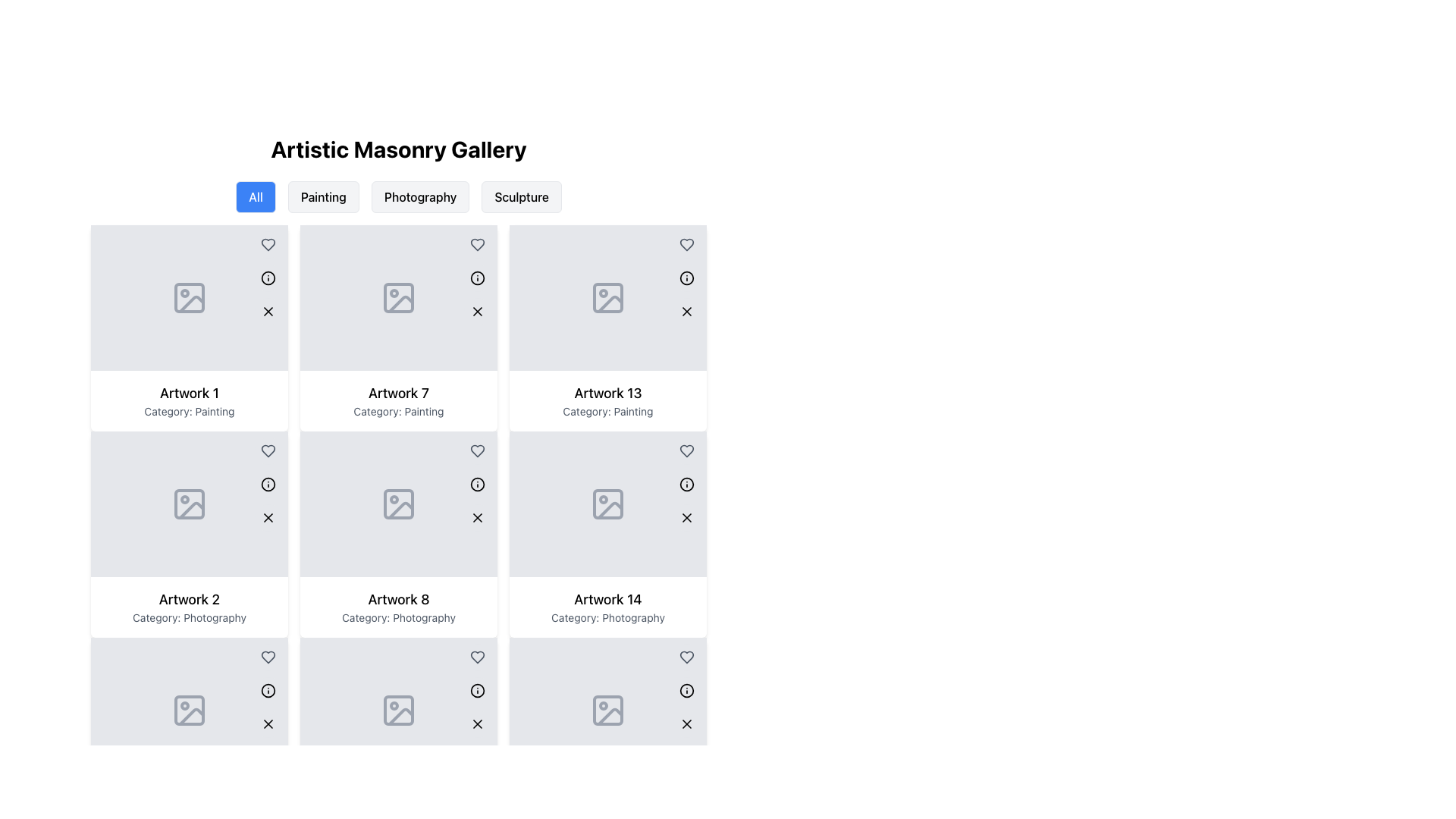  Describe the element at coordinates (268, 690) in the screenshot. I see `the informational button located in the 'Artwork 2' card, positioned below the heart icon and to the right of the image thumbnail` at that location.